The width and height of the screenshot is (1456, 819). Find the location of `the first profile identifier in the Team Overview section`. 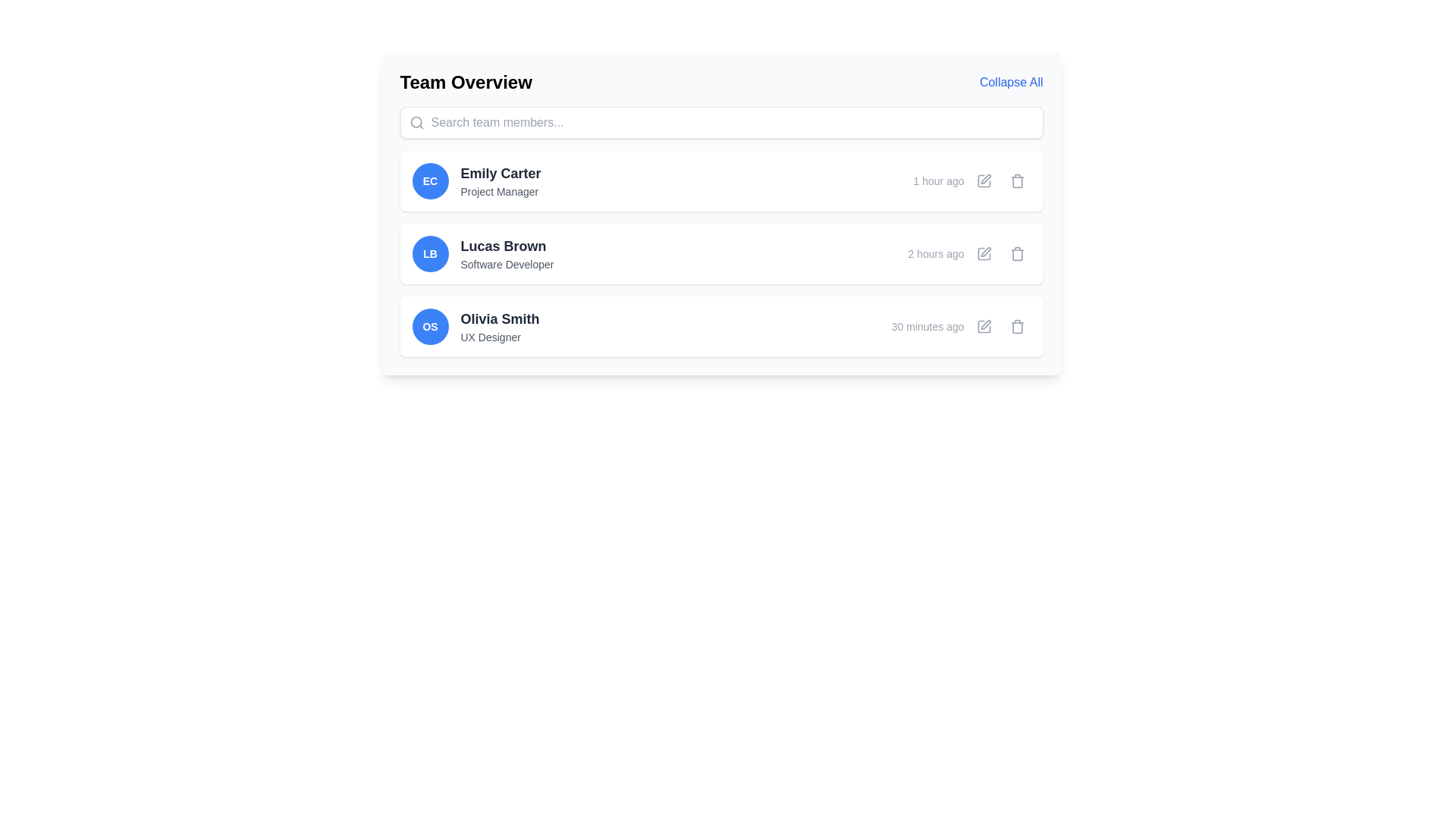

the first profile identifier in the Team Overview section is located at coordinates (475, 180).